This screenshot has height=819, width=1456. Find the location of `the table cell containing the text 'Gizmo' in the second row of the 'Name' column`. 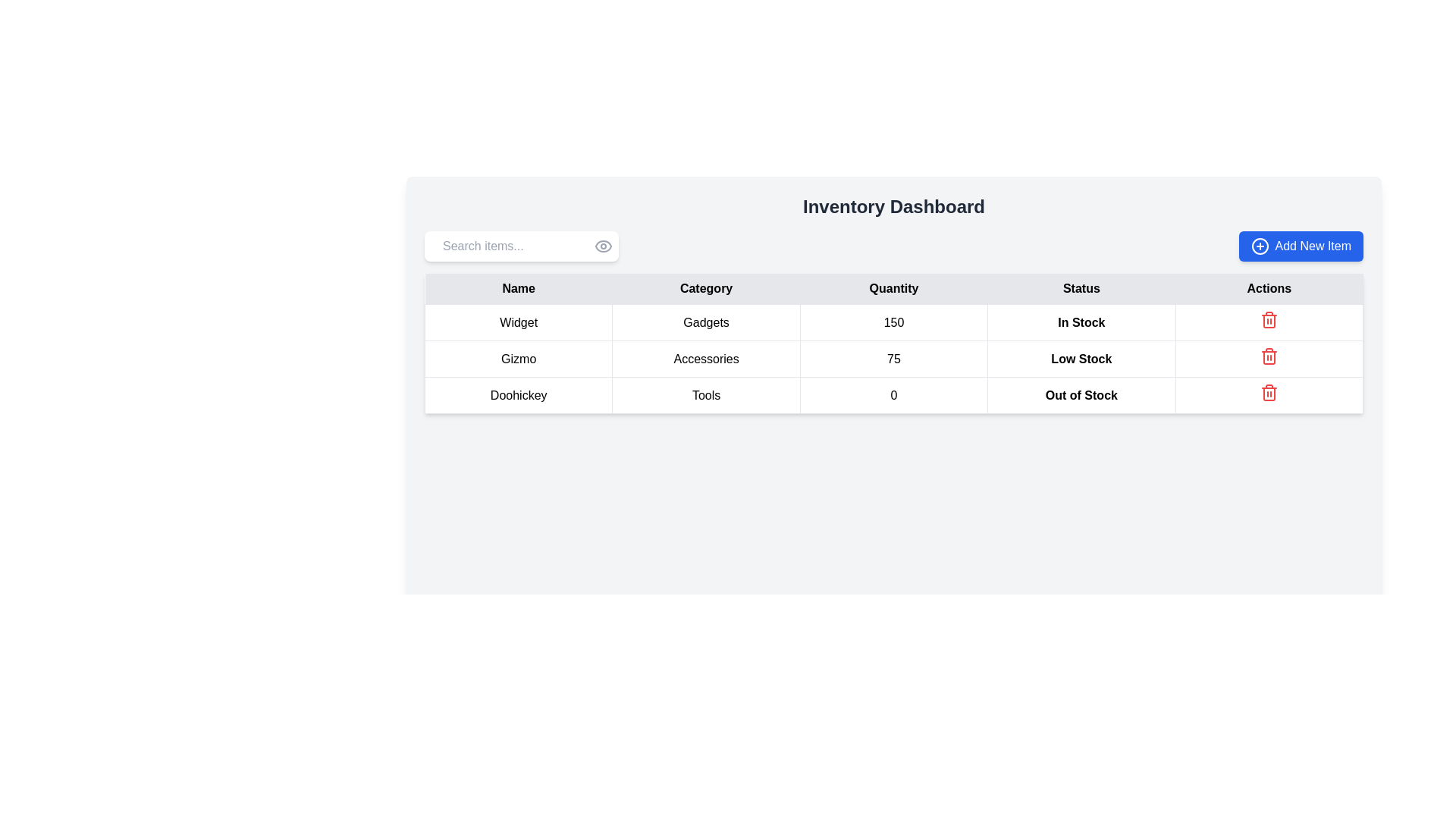

the table cell containing the text 'Gizmo' in the second row of the 'Name' column is located at coordinates (519, 359).